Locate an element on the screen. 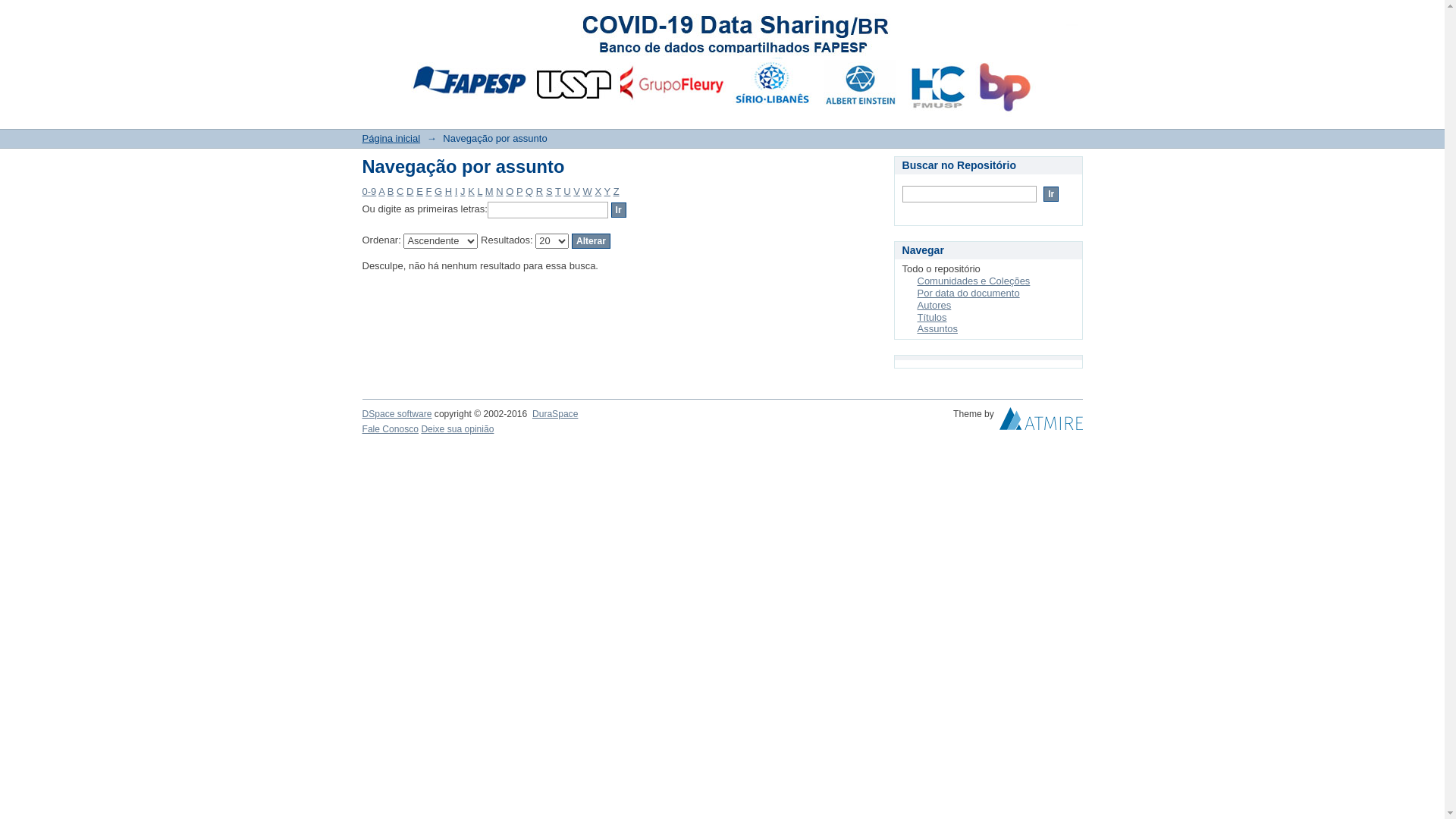 This screenshot has height=819, width=1456. 'J' is located at coordinates (462, 190).